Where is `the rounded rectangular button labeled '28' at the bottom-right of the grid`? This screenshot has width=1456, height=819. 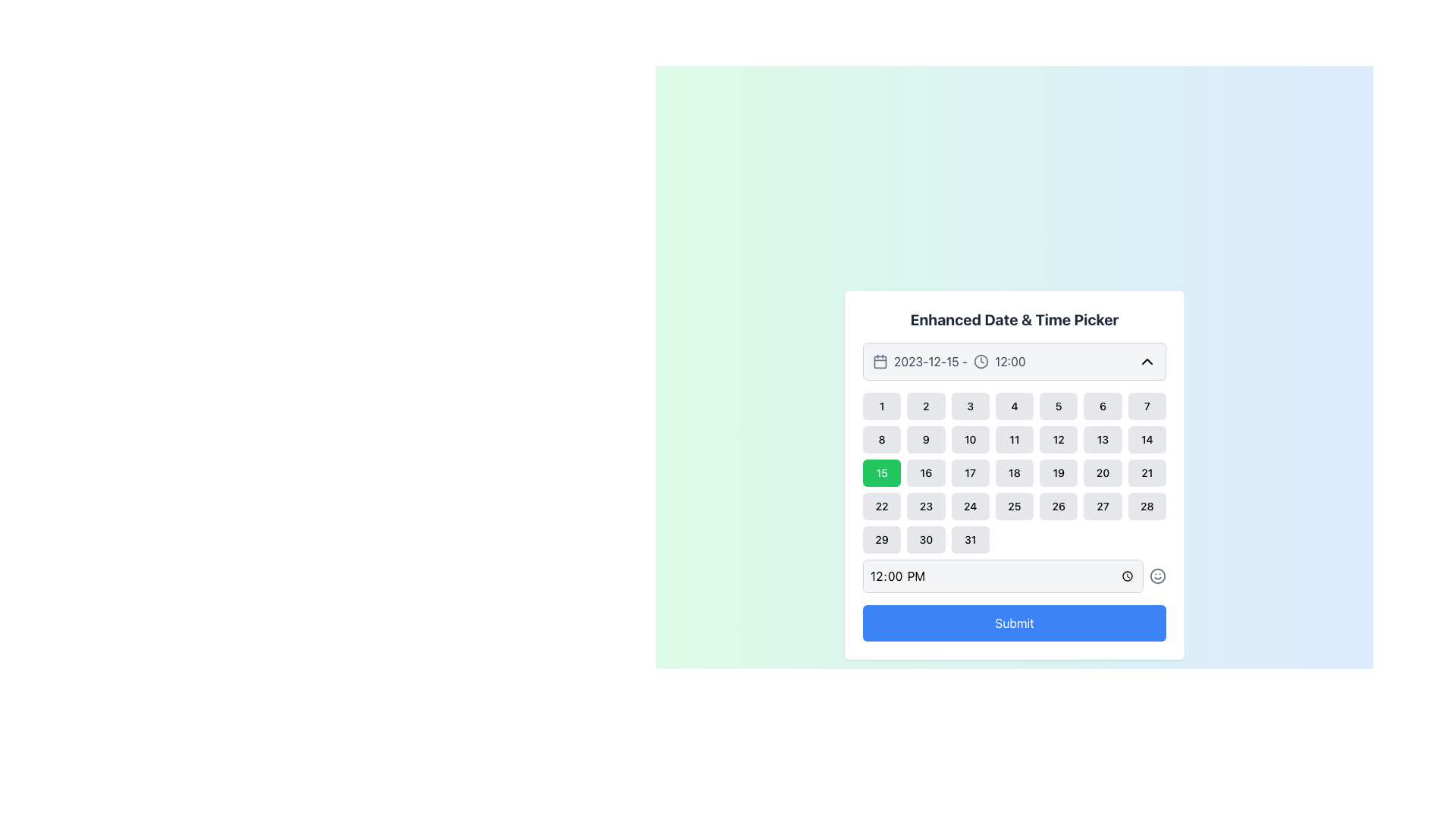 the rounded rectangular button labeled '28' at the bottom-right of the grid is located at coordinates (1147, 506).